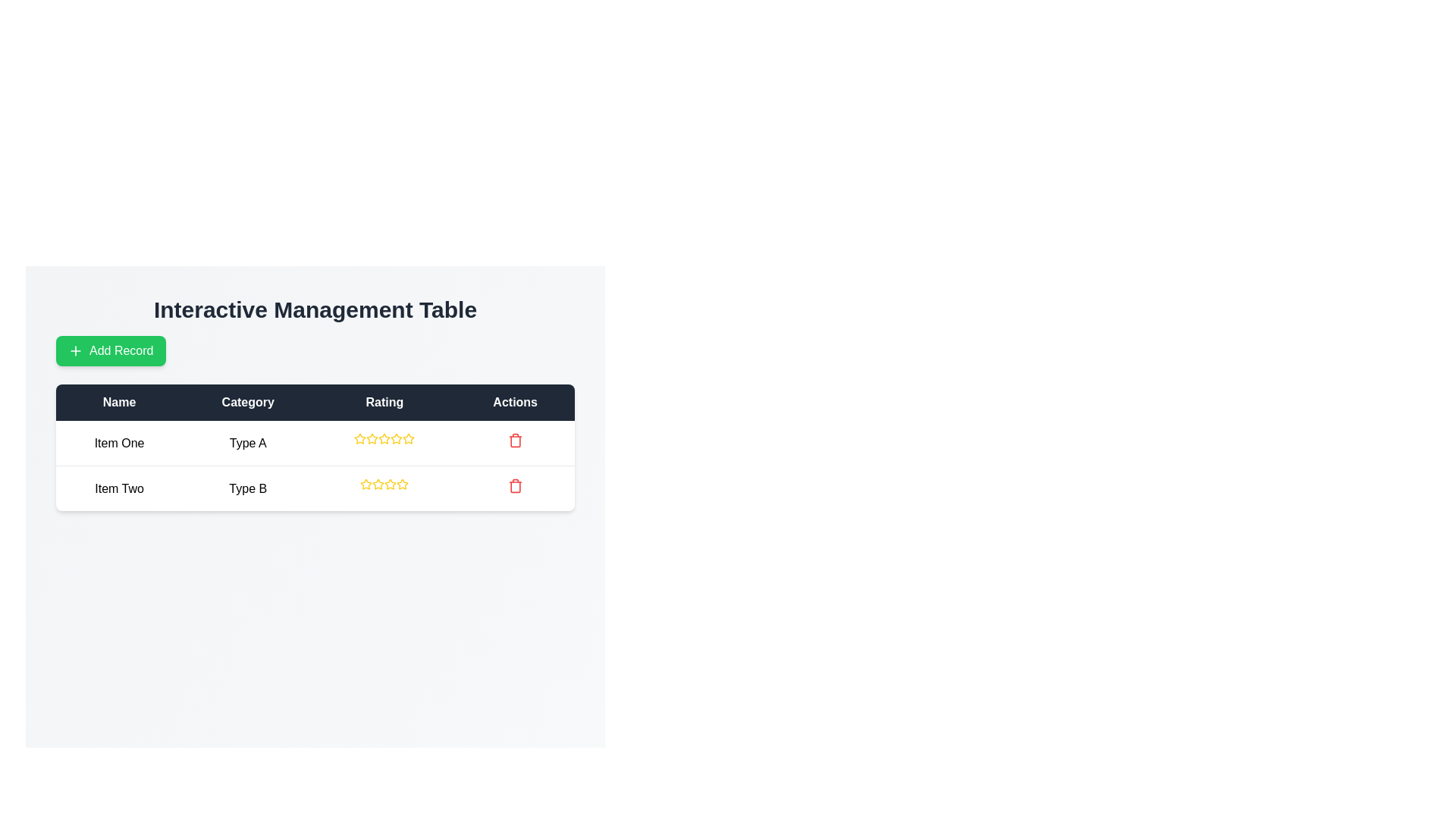  What do you see at coordinates (397, 438) in the screenshot?
I see `the third star in the rating system for accessibility navigation` at bounding box center [397, 438].